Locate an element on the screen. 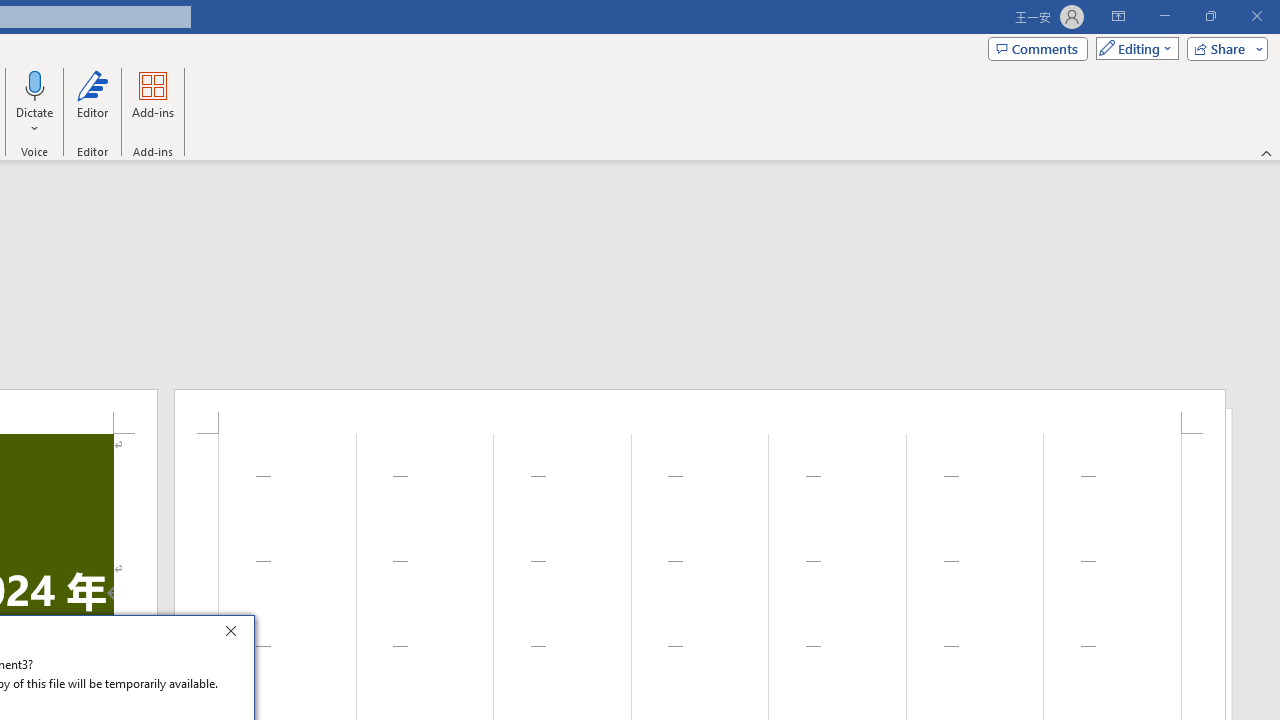  'Ribbon Display Options' is located at coordinates (1117, 16).